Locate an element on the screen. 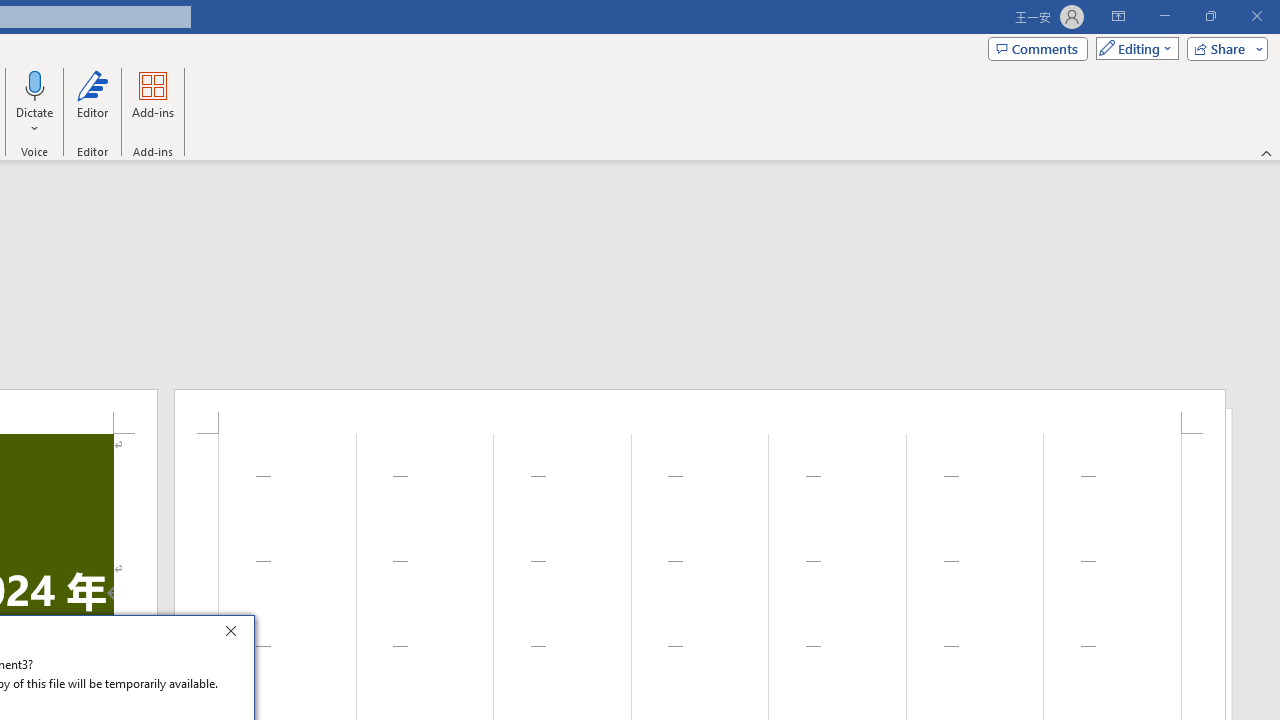  'Ribbon Display Options' is located at coordinates (1117, 16).